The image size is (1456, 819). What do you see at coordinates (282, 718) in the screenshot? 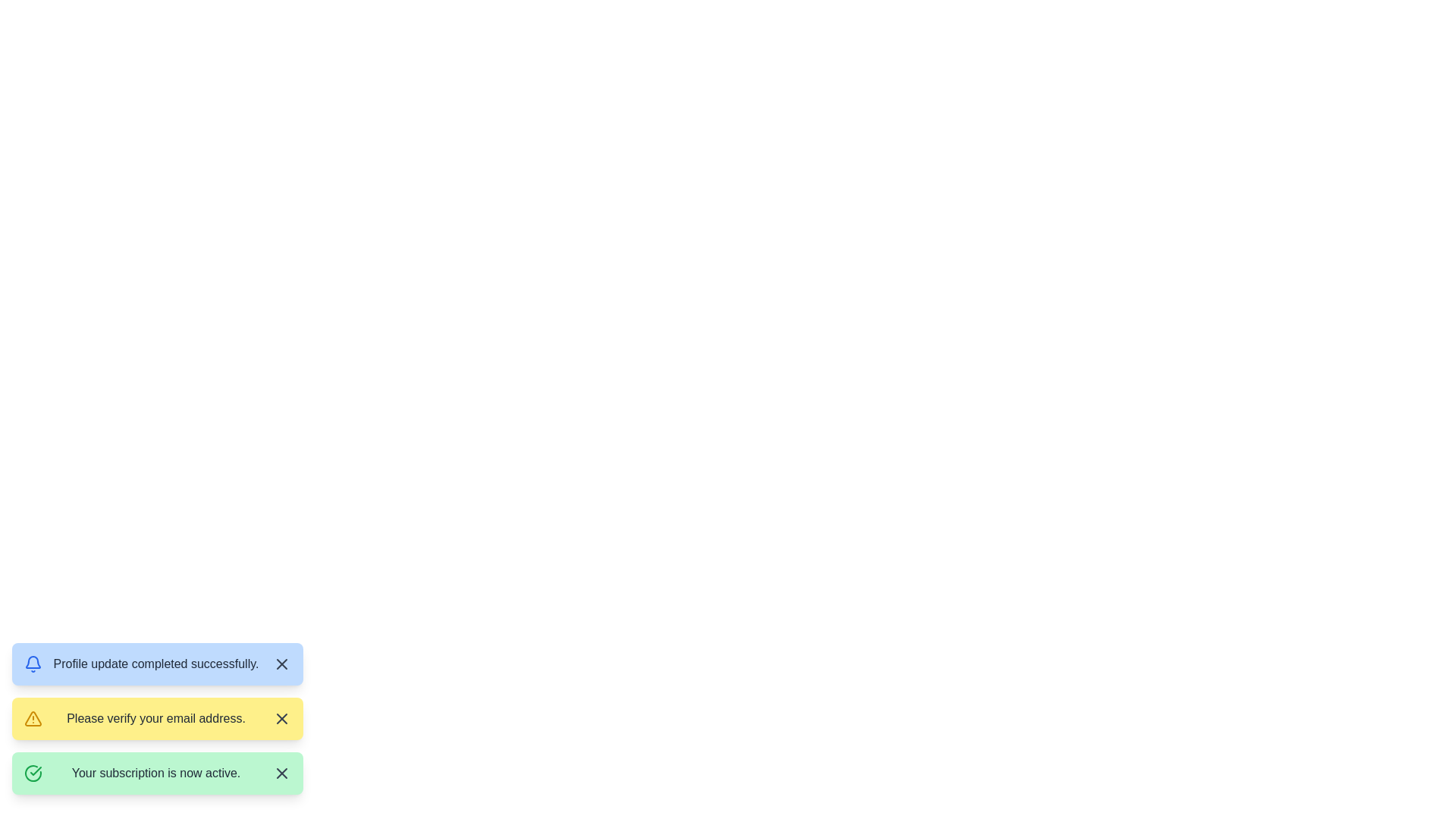
I see `the close button located in the top-right corner of the yellow notification box that displays 'Please verify your email address.'` at bounding box center [282, 718].